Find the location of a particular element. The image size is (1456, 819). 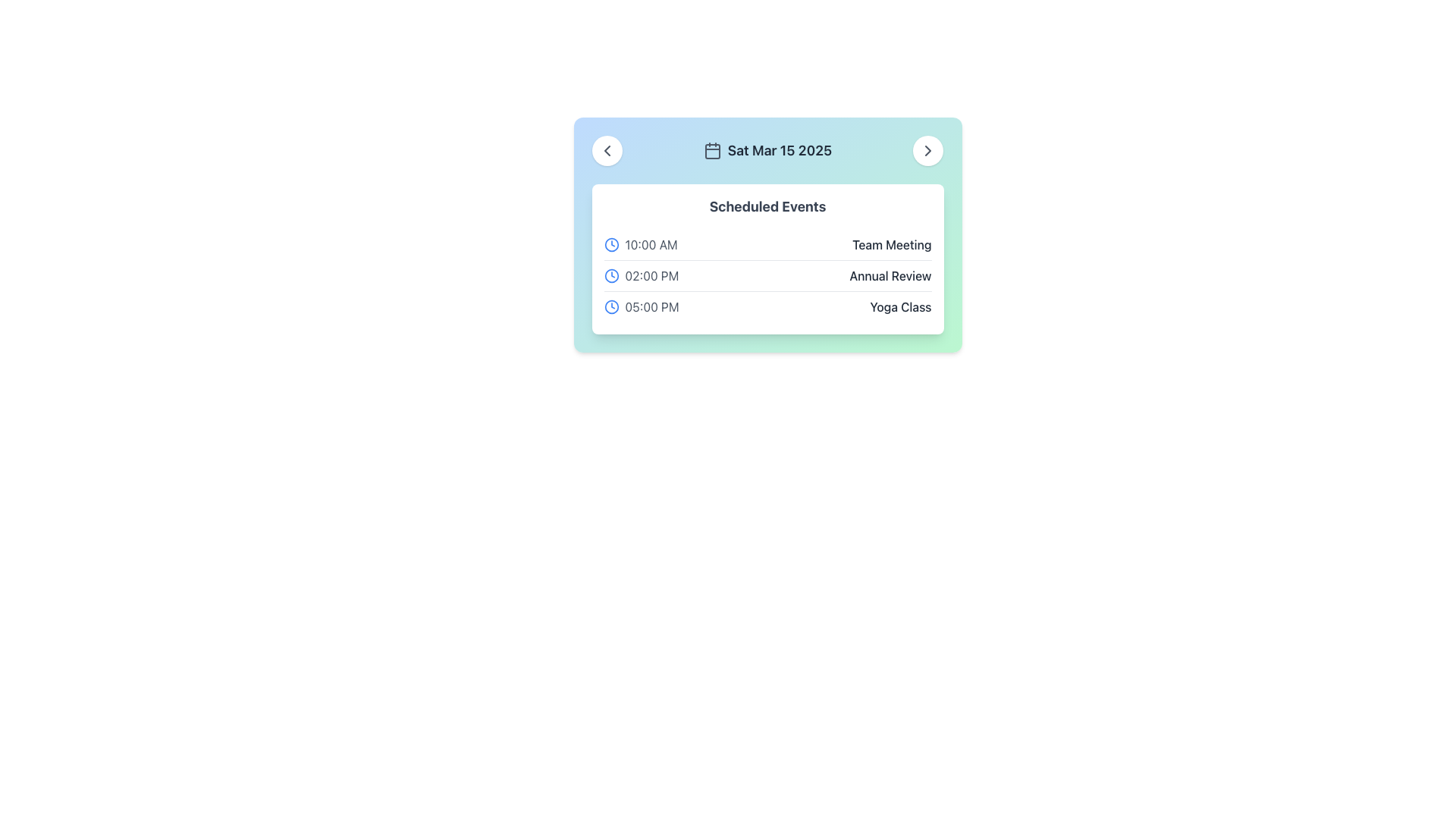

the static text label 'Scheduled Events' which is styled with bold and large font in dark gray, positioned at the top of the calendar card is located at coordinates (767, 207).